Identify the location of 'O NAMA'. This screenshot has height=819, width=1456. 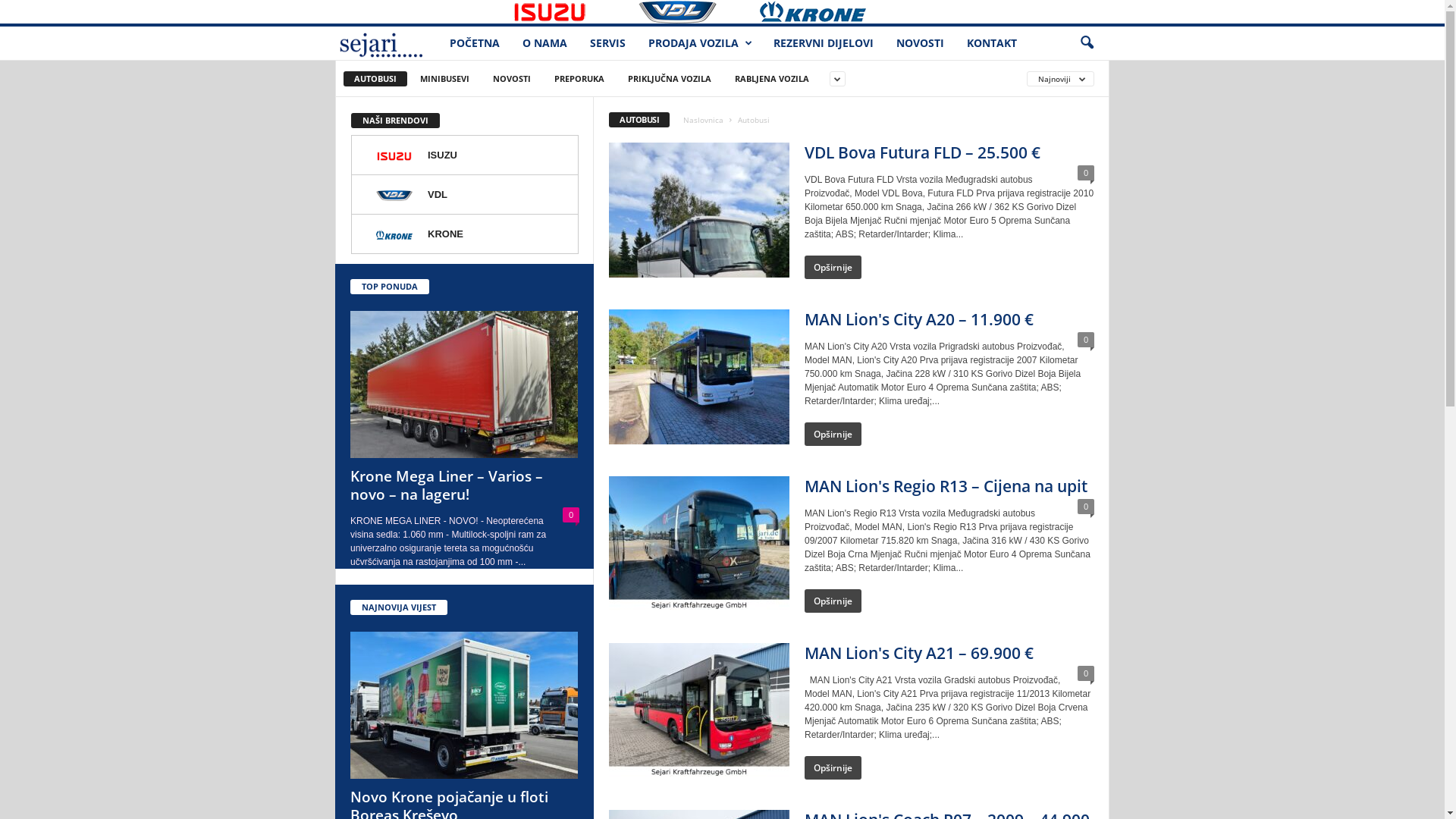
(544, 42).